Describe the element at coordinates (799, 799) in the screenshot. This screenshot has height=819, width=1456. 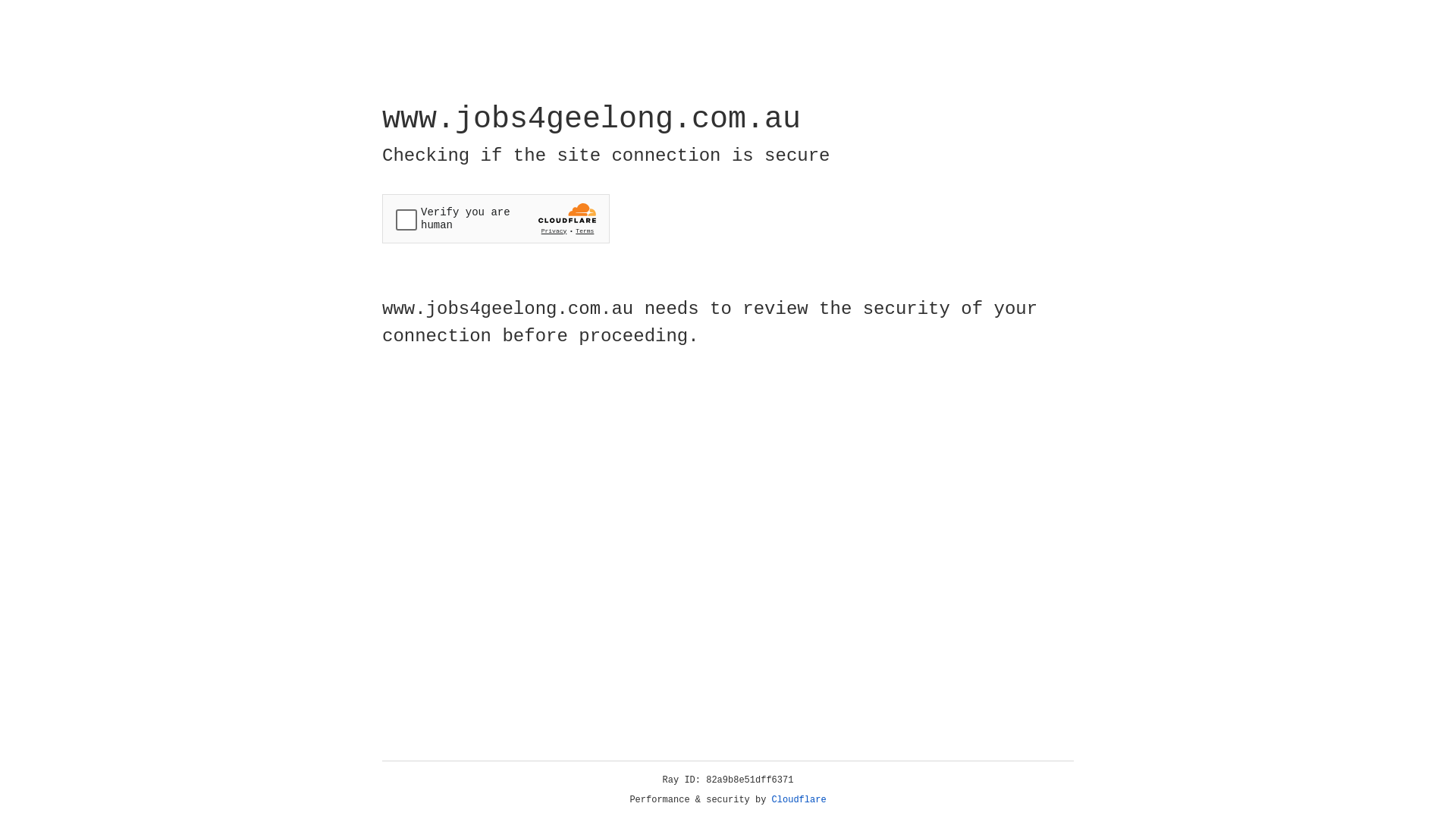
I see `'Cloudflare'` at that location.